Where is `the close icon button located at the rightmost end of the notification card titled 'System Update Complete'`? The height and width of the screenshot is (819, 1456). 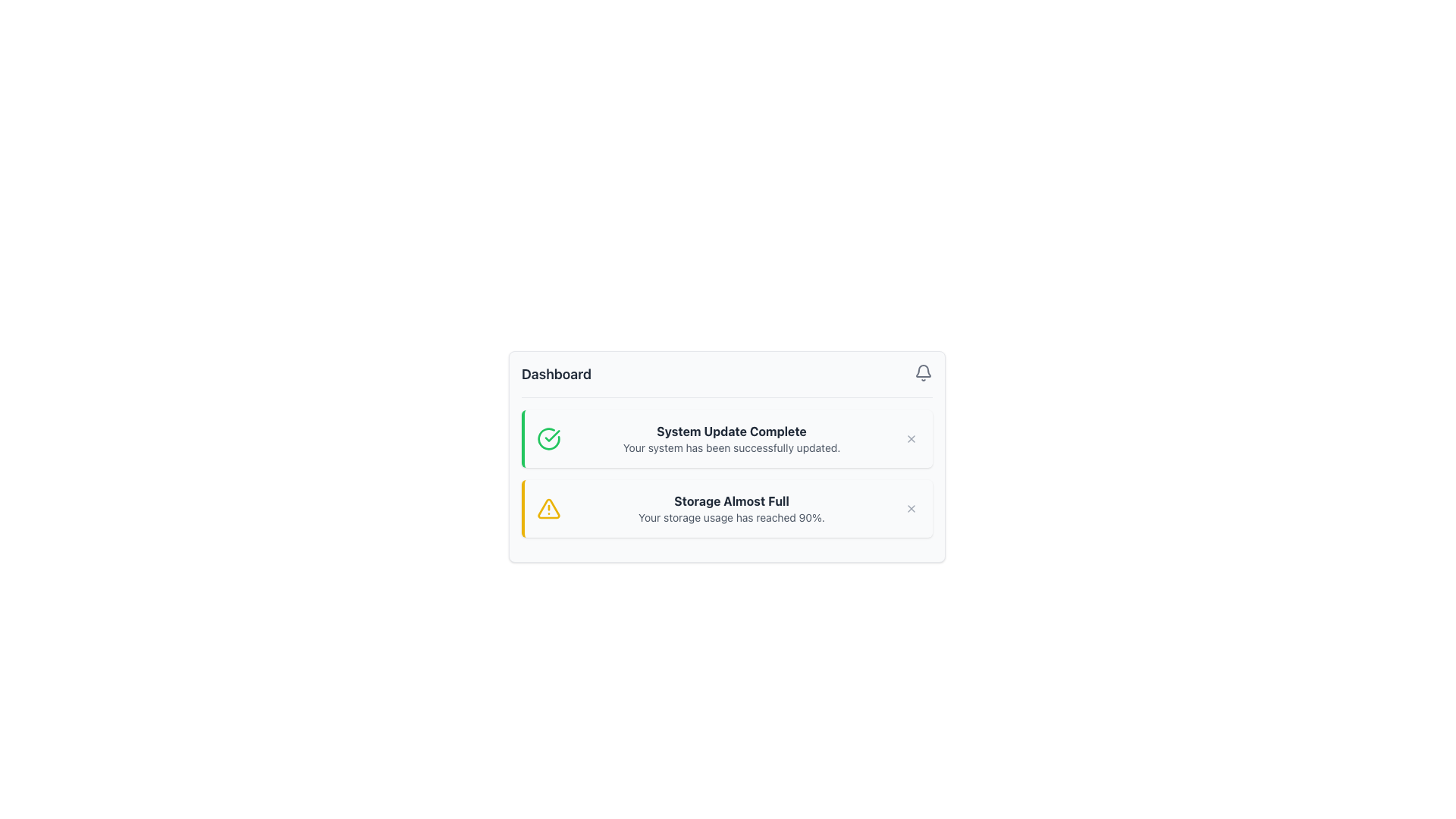
the close icon button located at the rightmost end of the notification card titled 'System Update Complete' is located at coordinates (910, 438).